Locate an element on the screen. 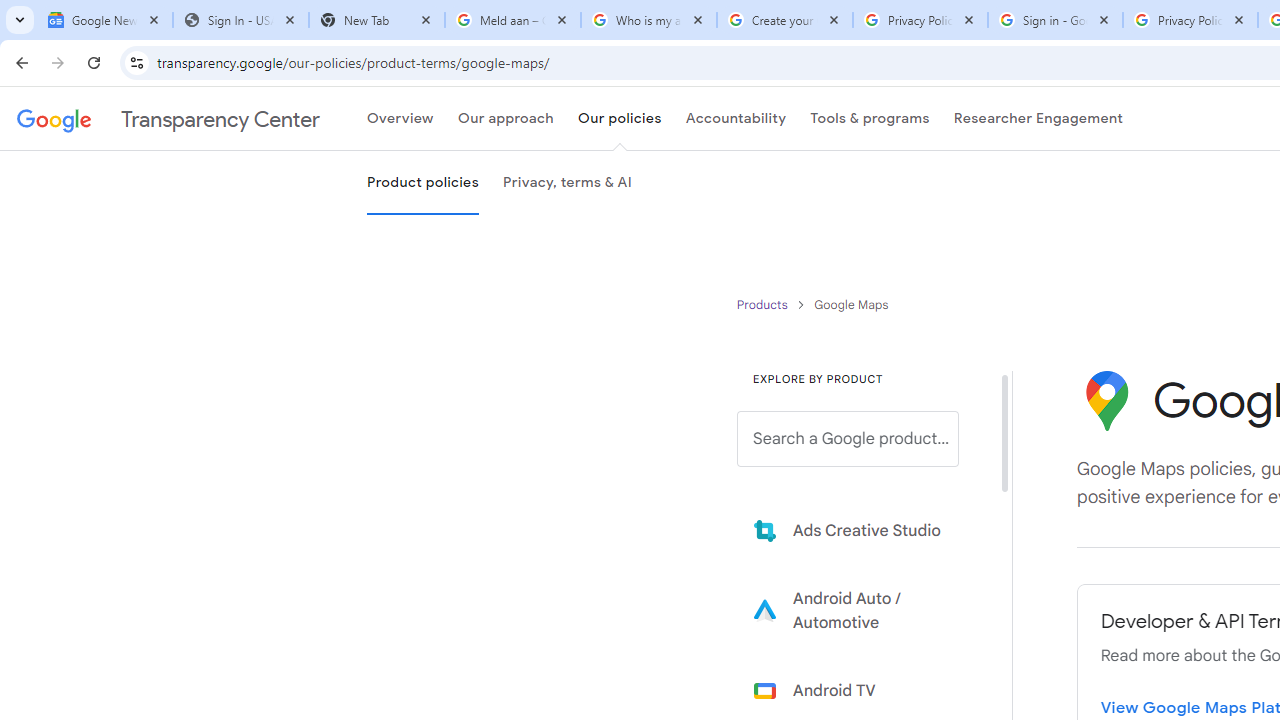  'Tools & programs' is located at coordinates (869, 119).